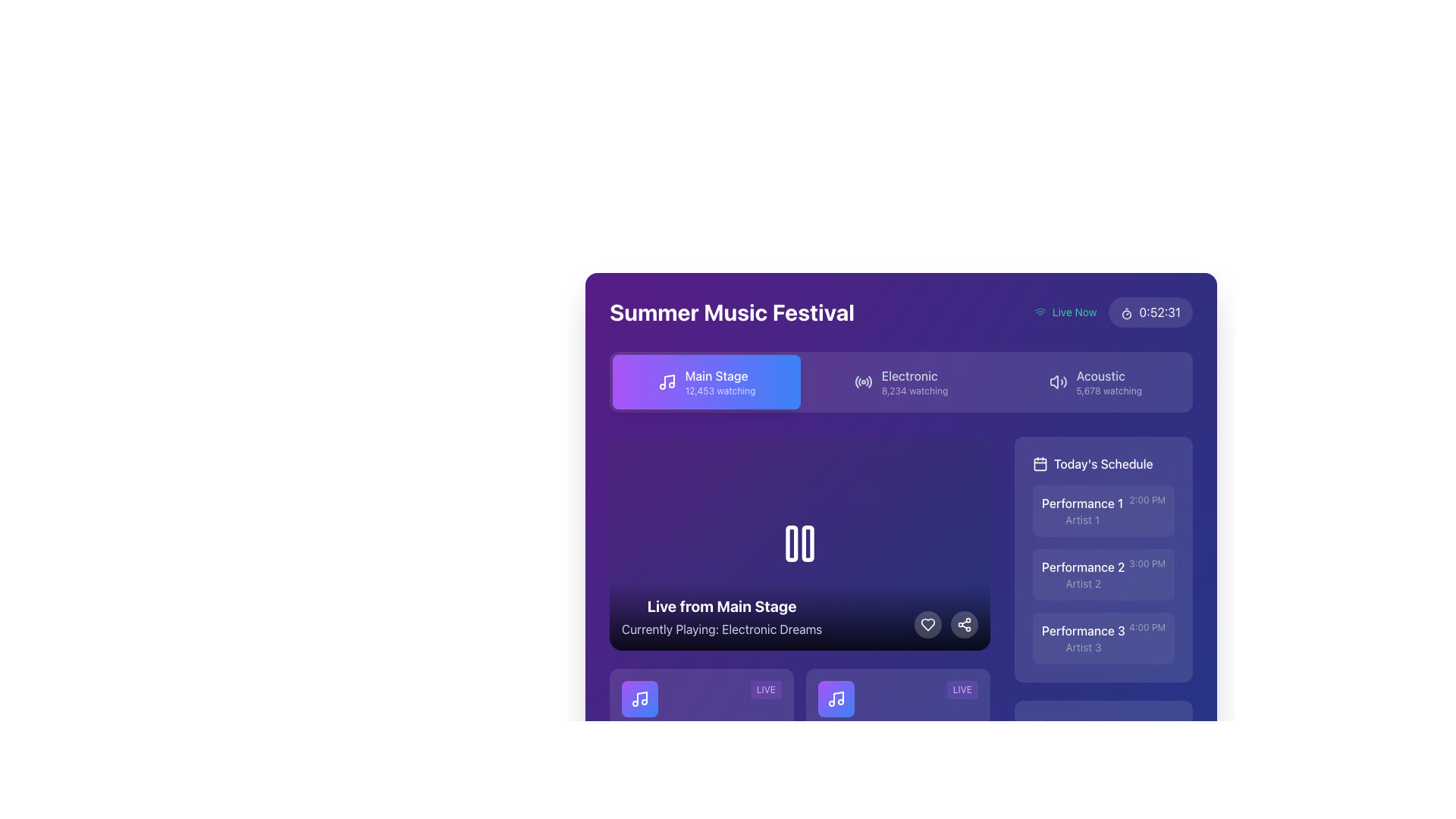 Image resolution: width=1456 pixels, height=819 pixels. What do you see at coordinates (964, 625) in the screenshot?
I see `the circular share button with a white background located in the bottom-right corner of the 'Live from Main Stage' section` at bounding box center [964, 625].